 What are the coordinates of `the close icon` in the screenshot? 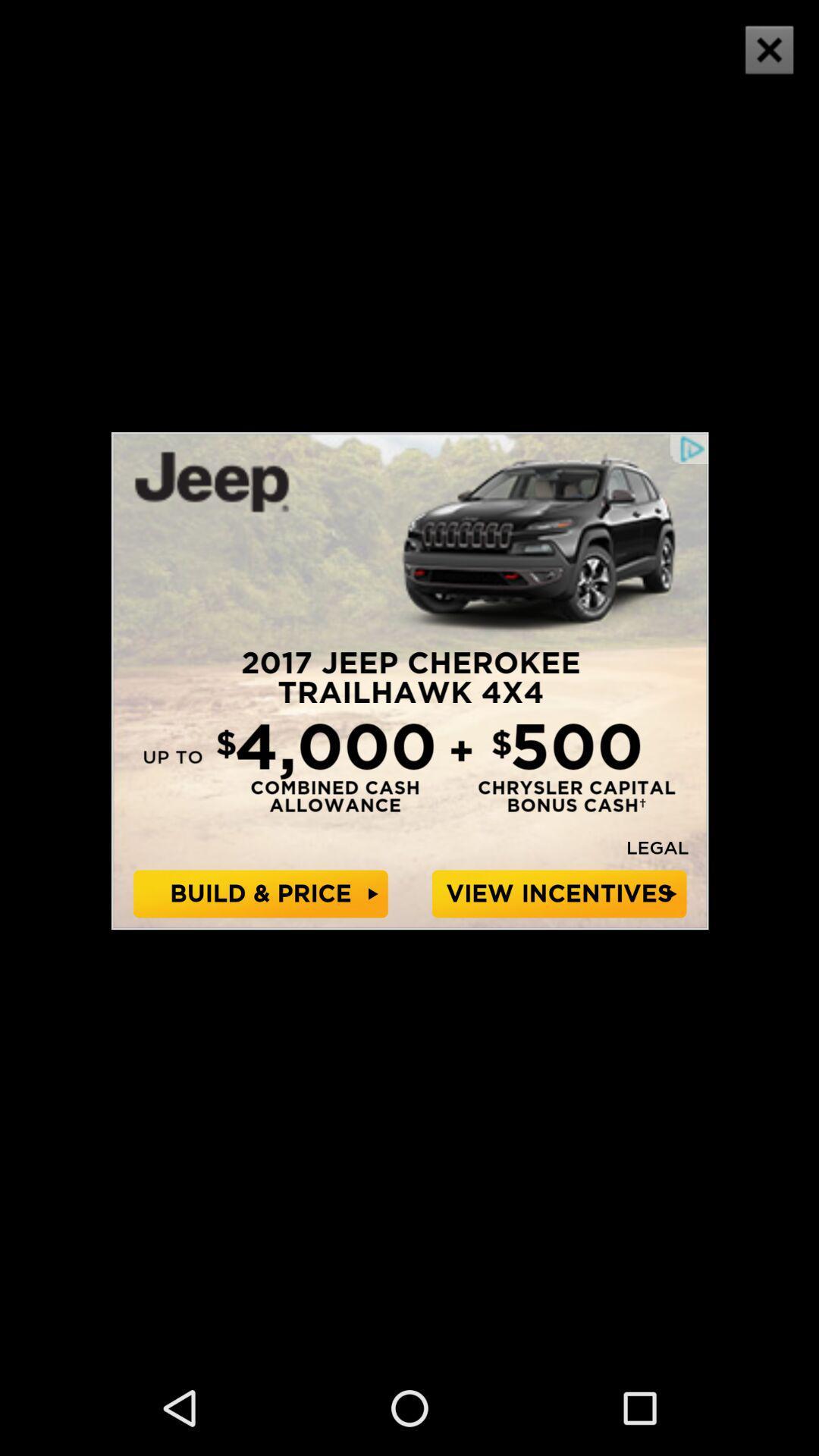 It's located at (769, 53).